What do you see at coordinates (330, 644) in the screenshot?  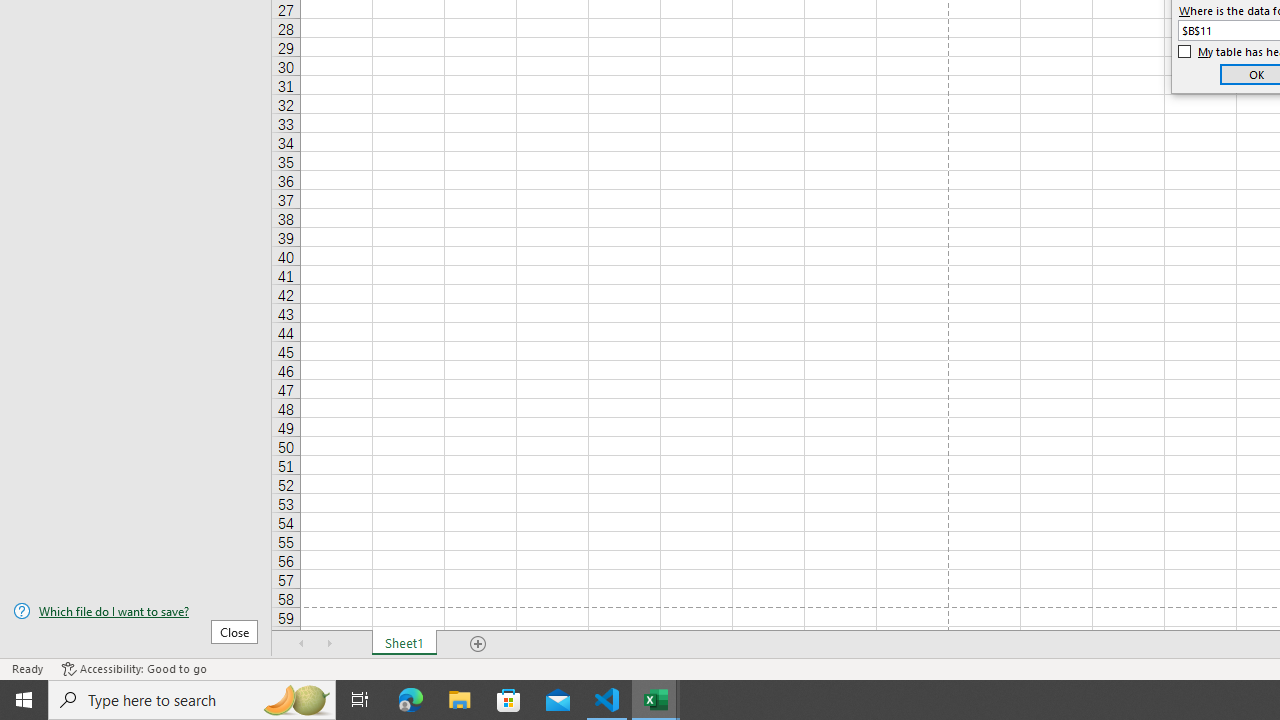 I see `'Scroll Right'` at bounding box center [330, 644].